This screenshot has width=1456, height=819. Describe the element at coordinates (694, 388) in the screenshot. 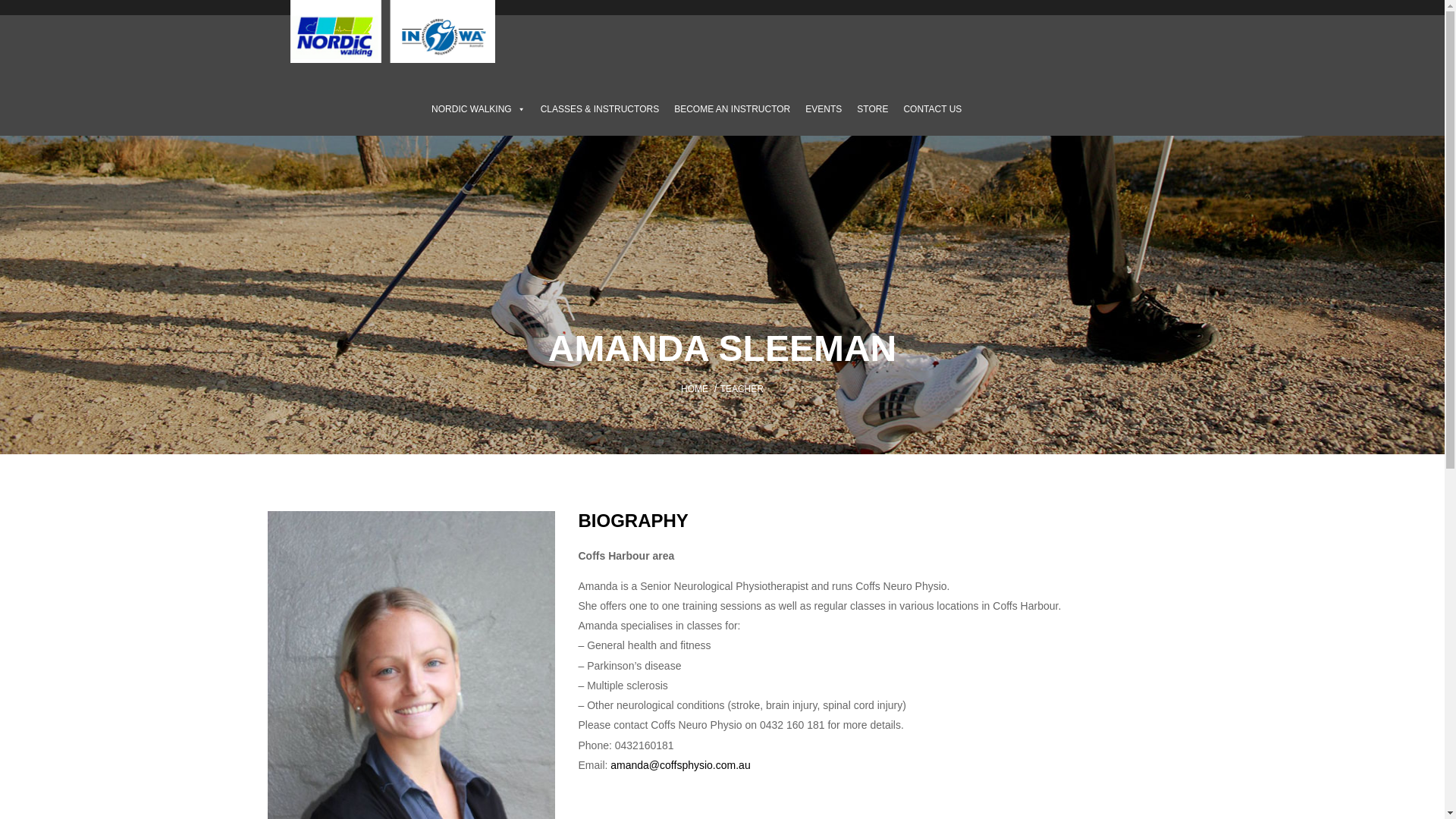

I see `'HOME'` at that location.